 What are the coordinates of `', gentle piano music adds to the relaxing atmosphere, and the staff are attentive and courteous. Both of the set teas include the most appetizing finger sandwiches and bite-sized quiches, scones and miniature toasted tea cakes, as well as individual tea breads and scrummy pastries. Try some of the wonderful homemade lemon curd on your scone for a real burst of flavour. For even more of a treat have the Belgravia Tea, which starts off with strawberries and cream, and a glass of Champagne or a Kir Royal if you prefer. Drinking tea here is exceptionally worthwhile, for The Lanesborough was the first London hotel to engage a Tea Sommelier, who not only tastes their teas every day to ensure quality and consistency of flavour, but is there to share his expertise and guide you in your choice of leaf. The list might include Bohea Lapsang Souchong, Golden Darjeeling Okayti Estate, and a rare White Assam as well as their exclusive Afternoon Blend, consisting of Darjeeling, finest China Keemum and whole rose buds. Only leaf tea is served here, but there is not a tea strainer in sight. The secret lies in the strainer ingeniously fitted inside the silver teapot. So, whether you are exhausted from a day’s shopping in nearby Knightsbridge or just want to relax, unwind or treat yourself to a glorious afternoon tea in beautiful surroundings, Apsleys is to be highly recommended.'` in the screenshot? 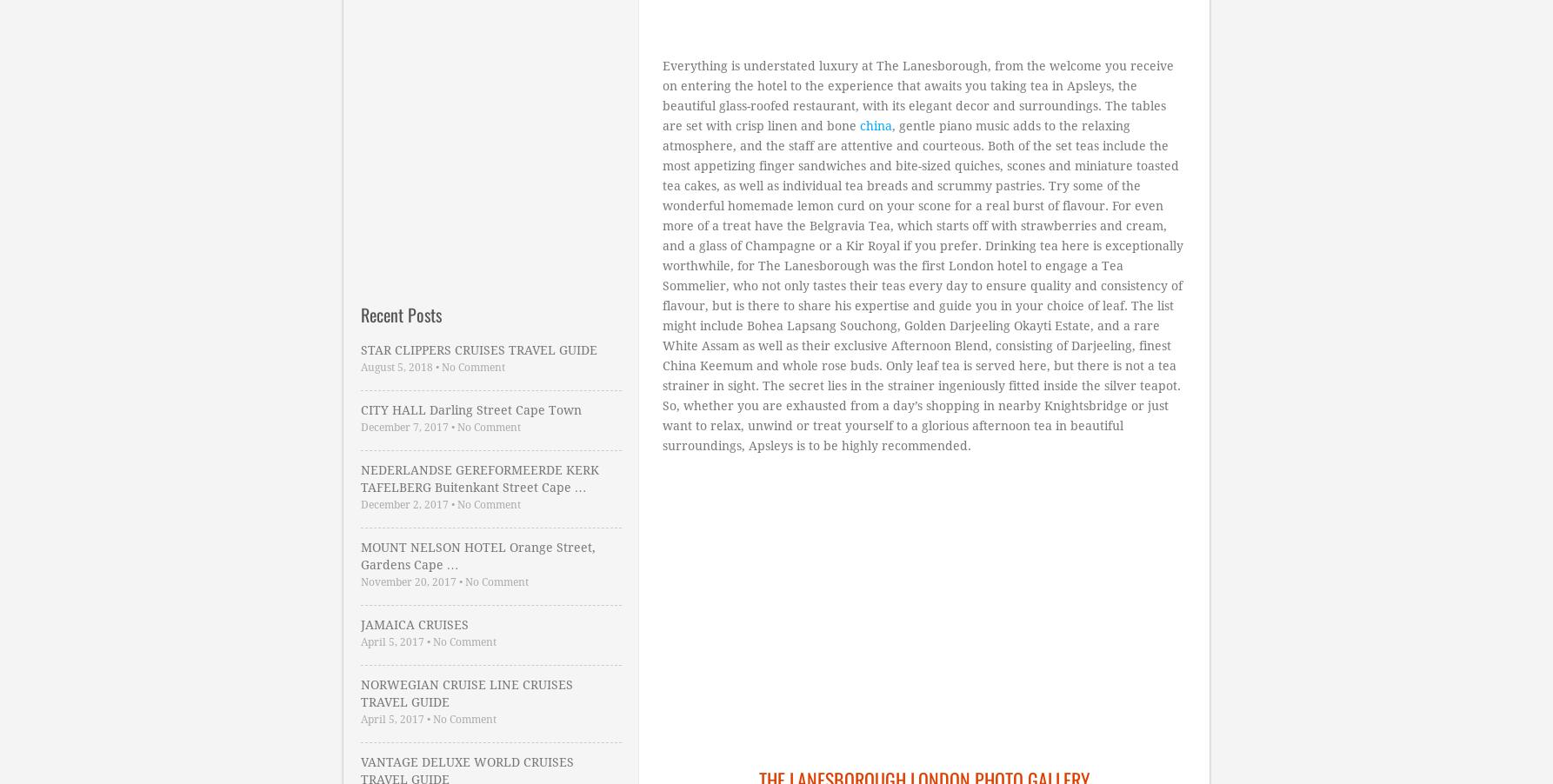 It's located at (922, 284).